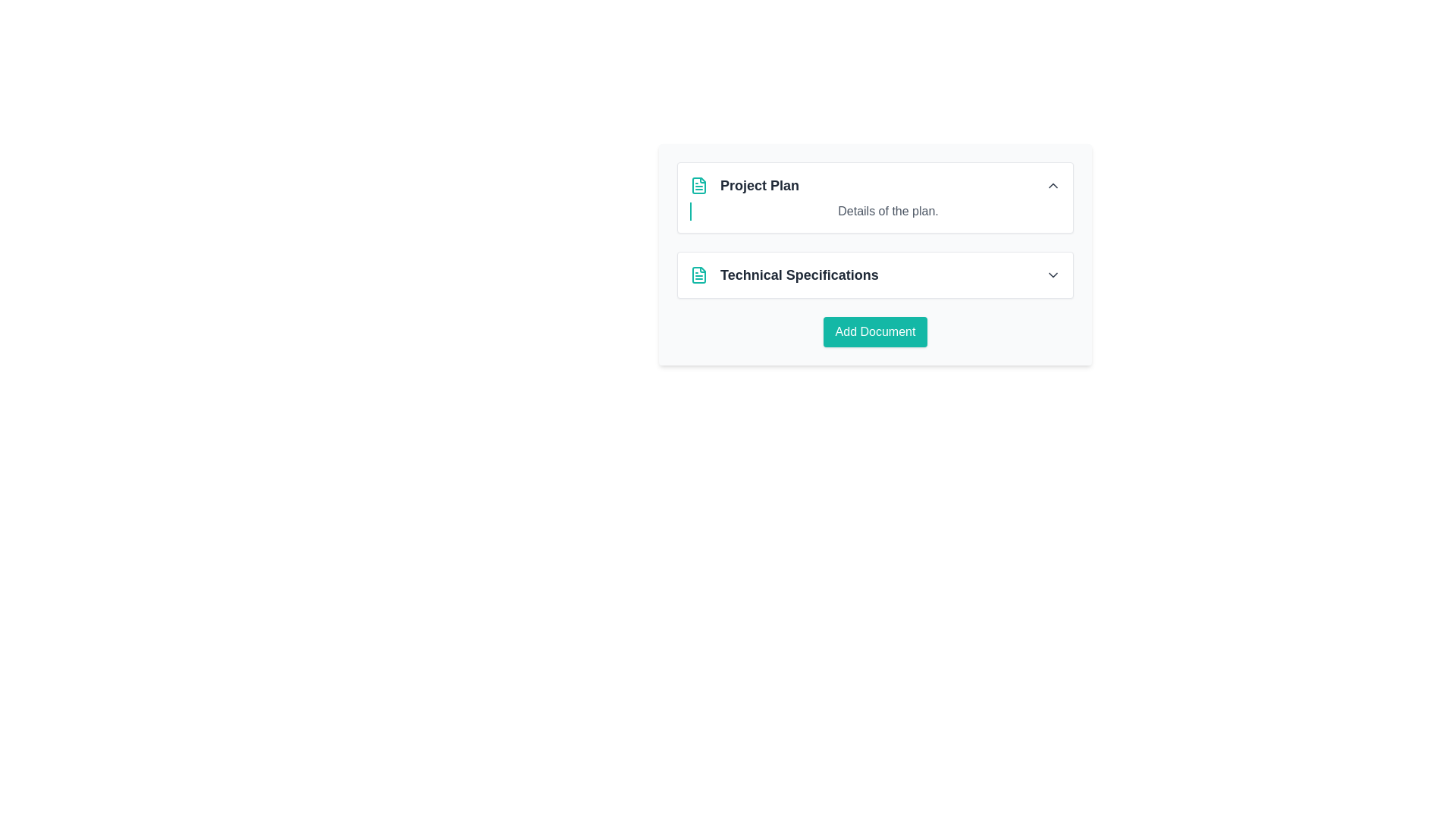  I want to click on the 'Technical Specifications' section header with dropdown, so click(875, 275).